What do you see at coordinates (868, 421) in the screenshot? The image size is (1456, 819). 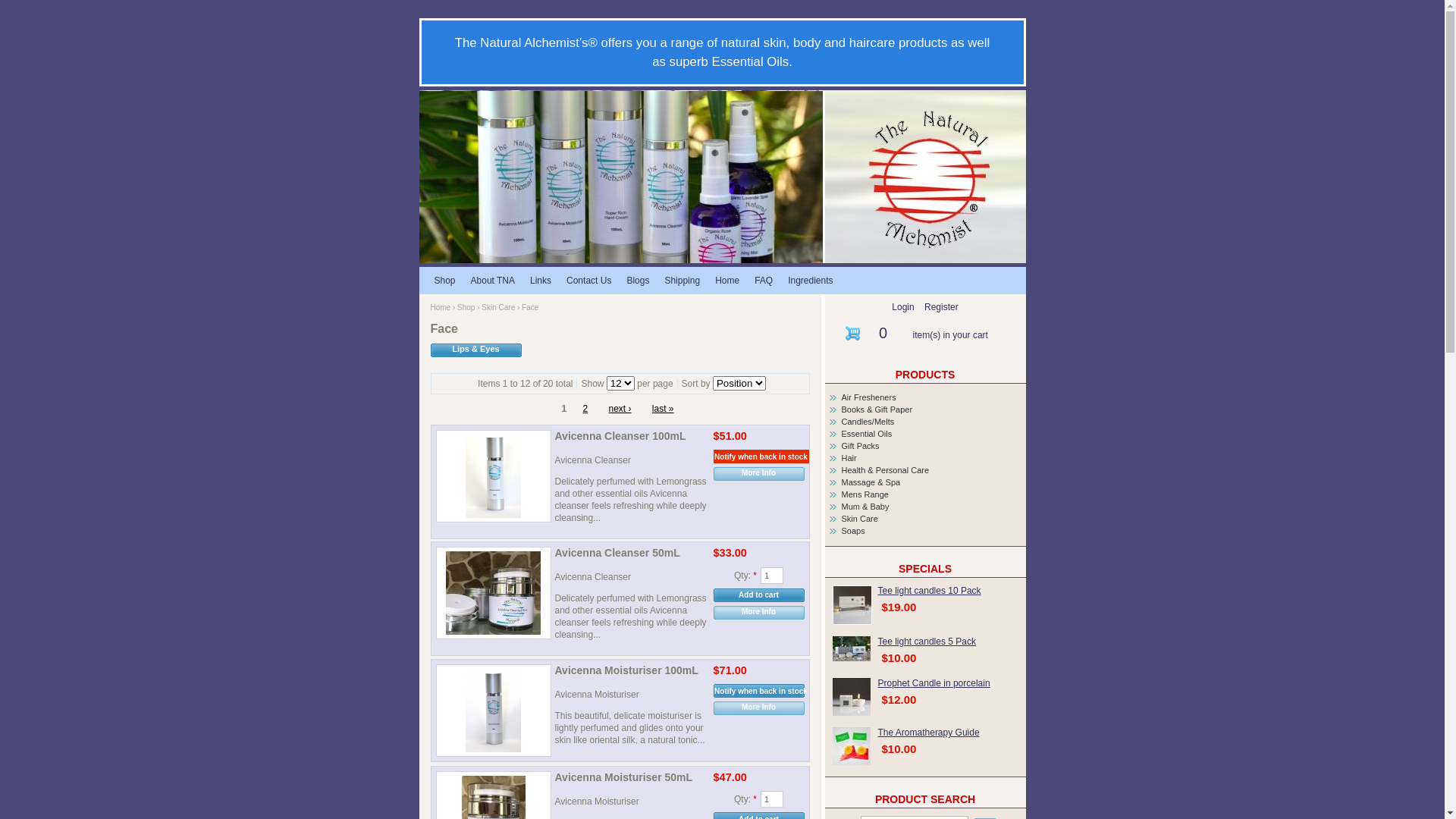 I see `'Candles/Melts'` at bounding box center [868, 421].